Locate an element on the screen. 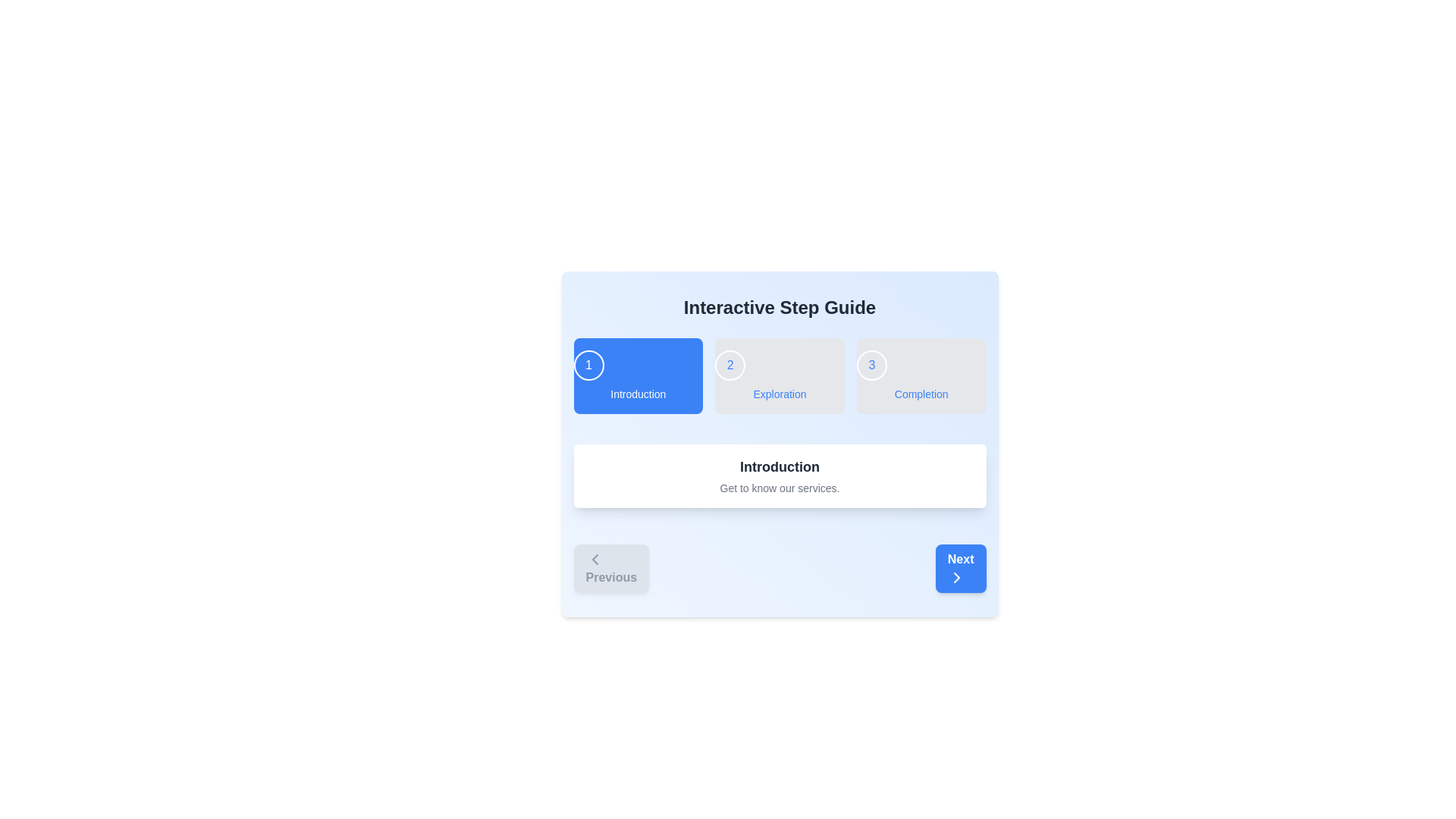 Image resolution: width=1456 pixels, height=819 pixels. the 'Completion' label text, which is displayed in blue underneath the circled number '3' in the step navigation bar, to check for any tooltip is located at coordinates (921, 394).